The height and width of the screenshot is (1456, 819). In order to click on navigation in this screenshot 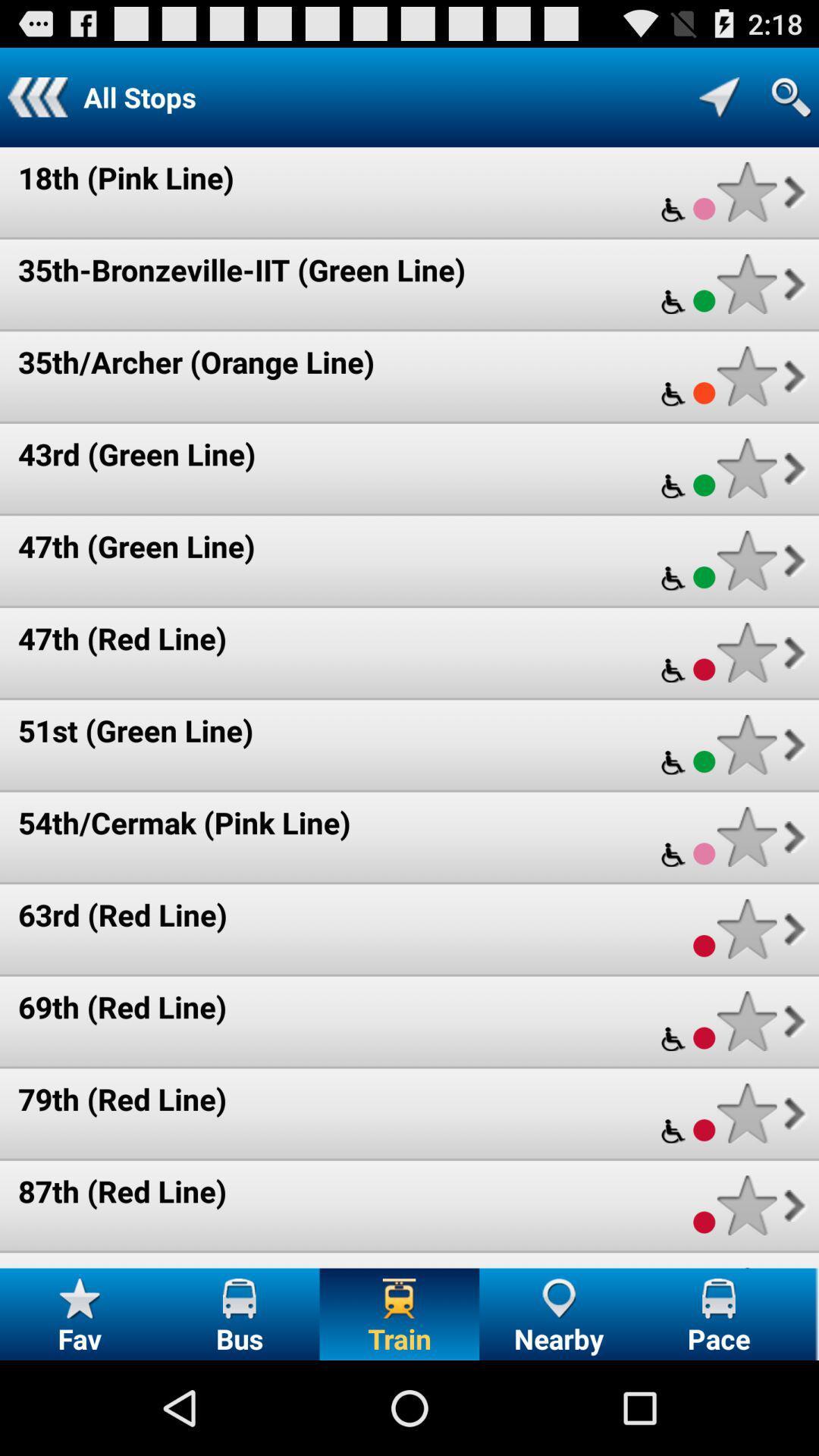, I will do `click(718, 96)`.